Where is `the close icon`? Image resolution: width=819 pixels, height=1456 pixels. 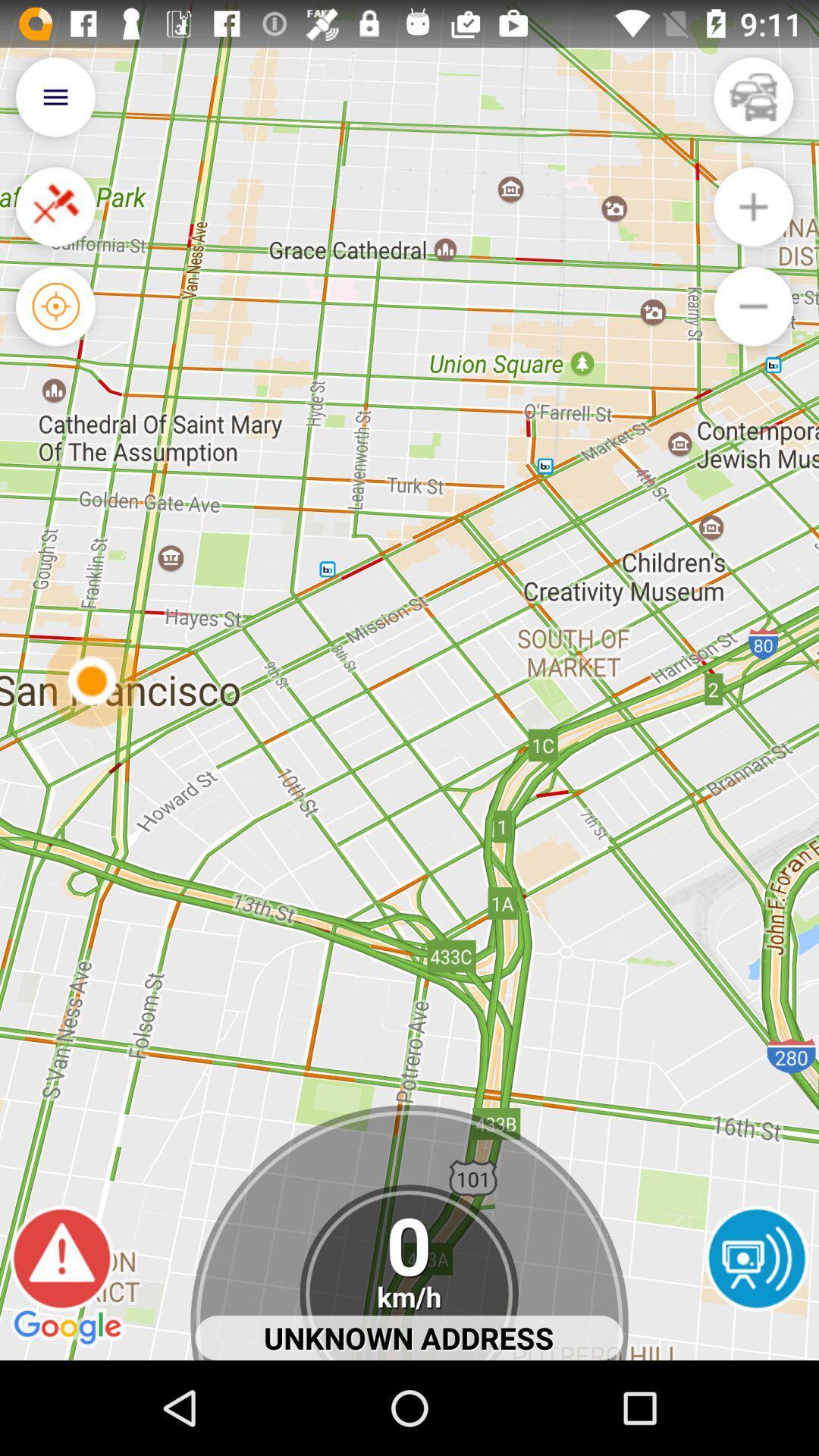 the close icon is located at coordinates (55, 221).